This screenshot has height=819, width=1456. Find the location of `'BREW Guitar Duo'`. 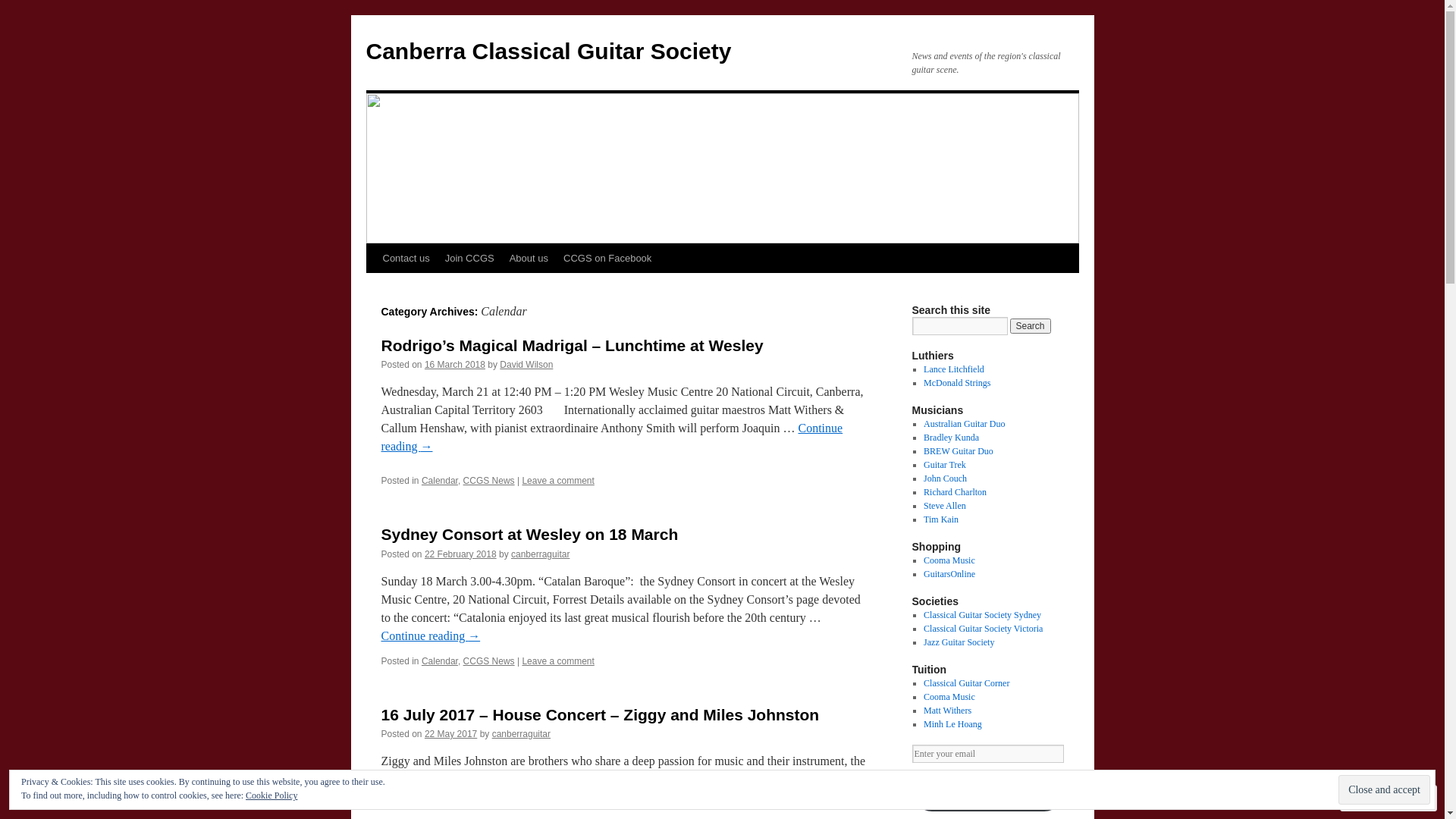

'BREW Guitar Duo' is located at coordinates (957, 450).